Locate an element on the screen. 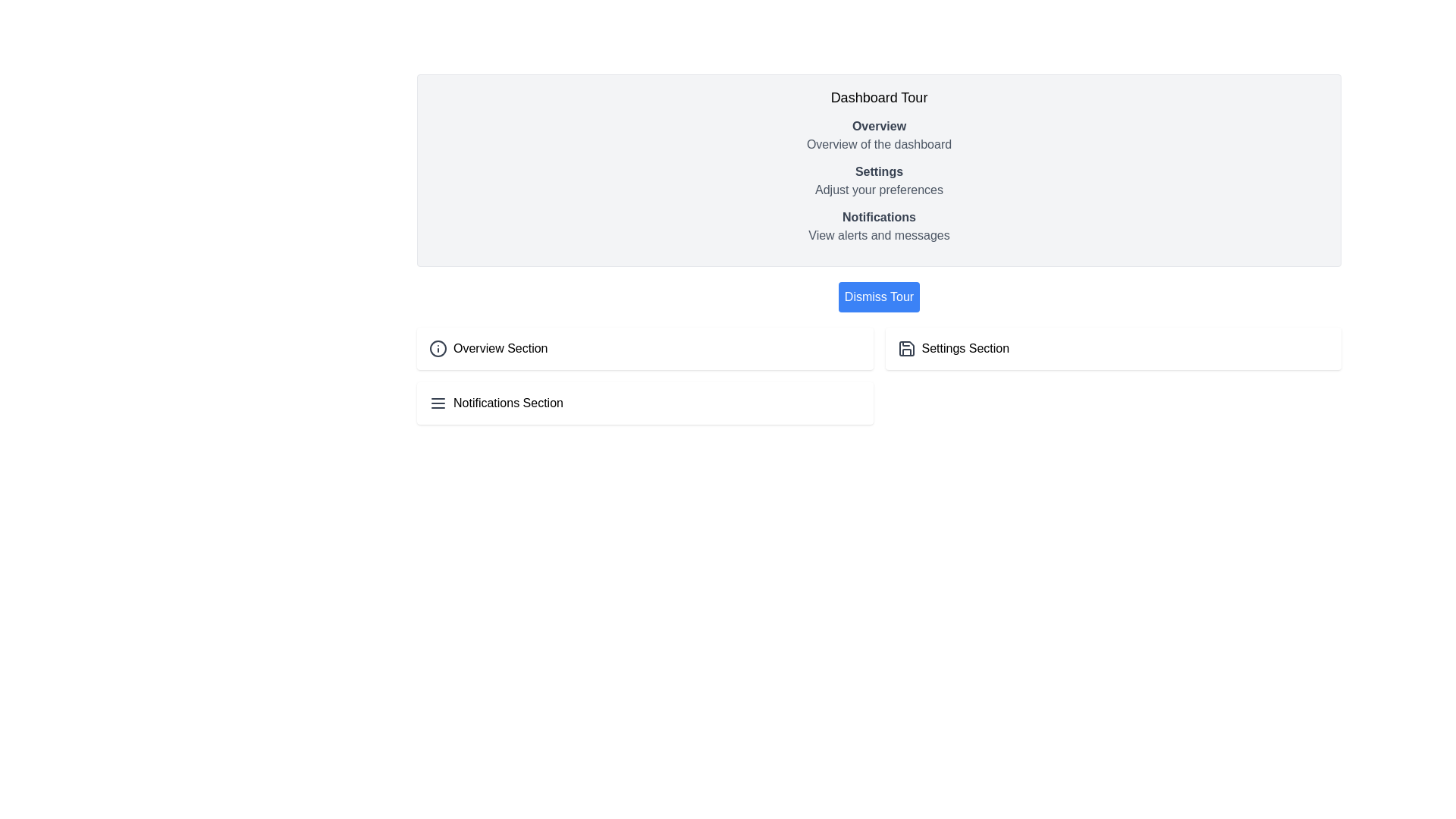  the 'Overview Section' text label that is styled in a clean and readable font, located within a horizontally oriented card component in the upper-left part of a lower section, positioned to the right of an information icon is located at coordinates (500, 348).